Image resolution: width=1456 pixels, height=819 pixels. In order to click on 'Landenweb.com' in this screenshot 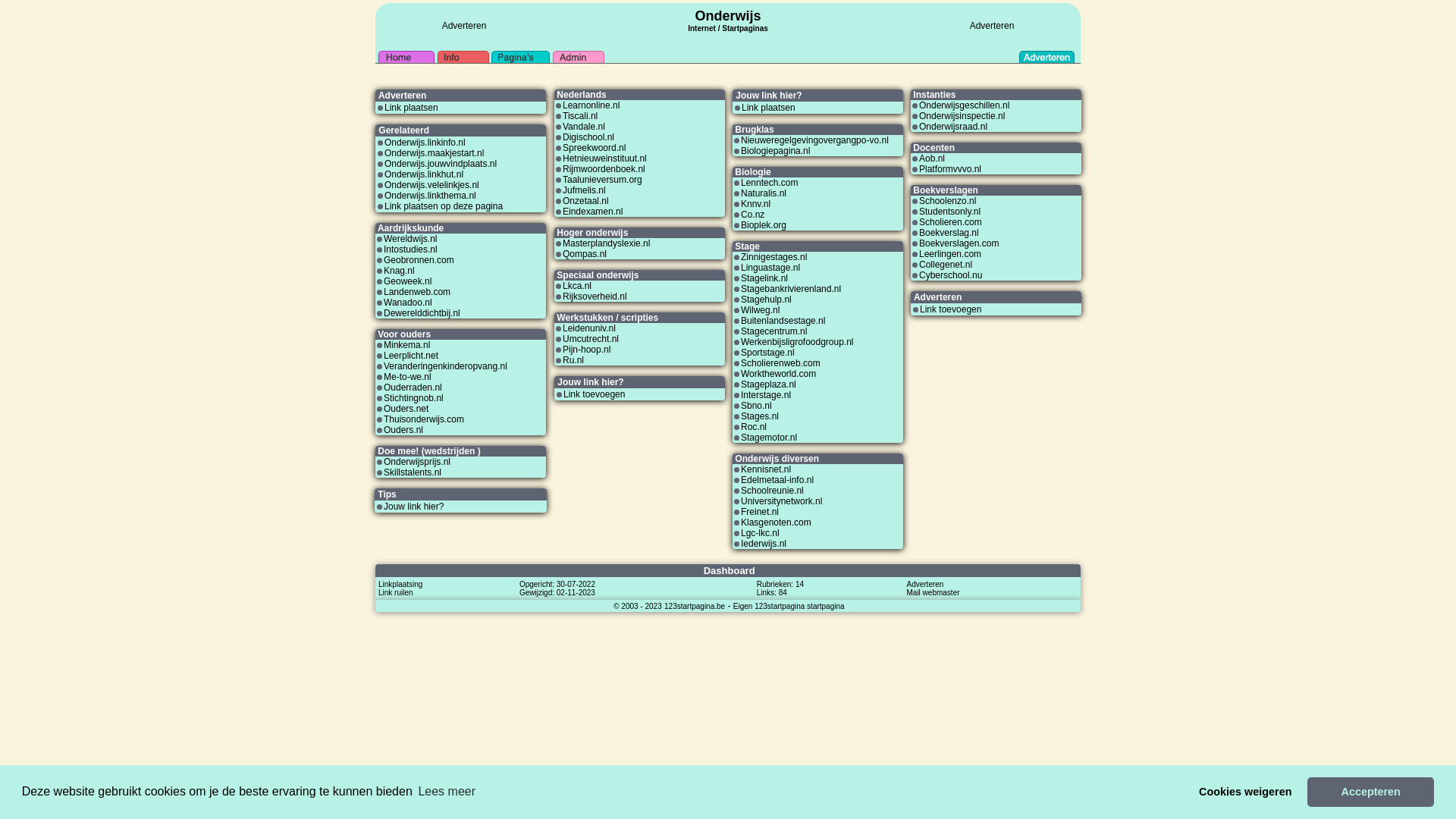, I will do `click(383, 292)`.